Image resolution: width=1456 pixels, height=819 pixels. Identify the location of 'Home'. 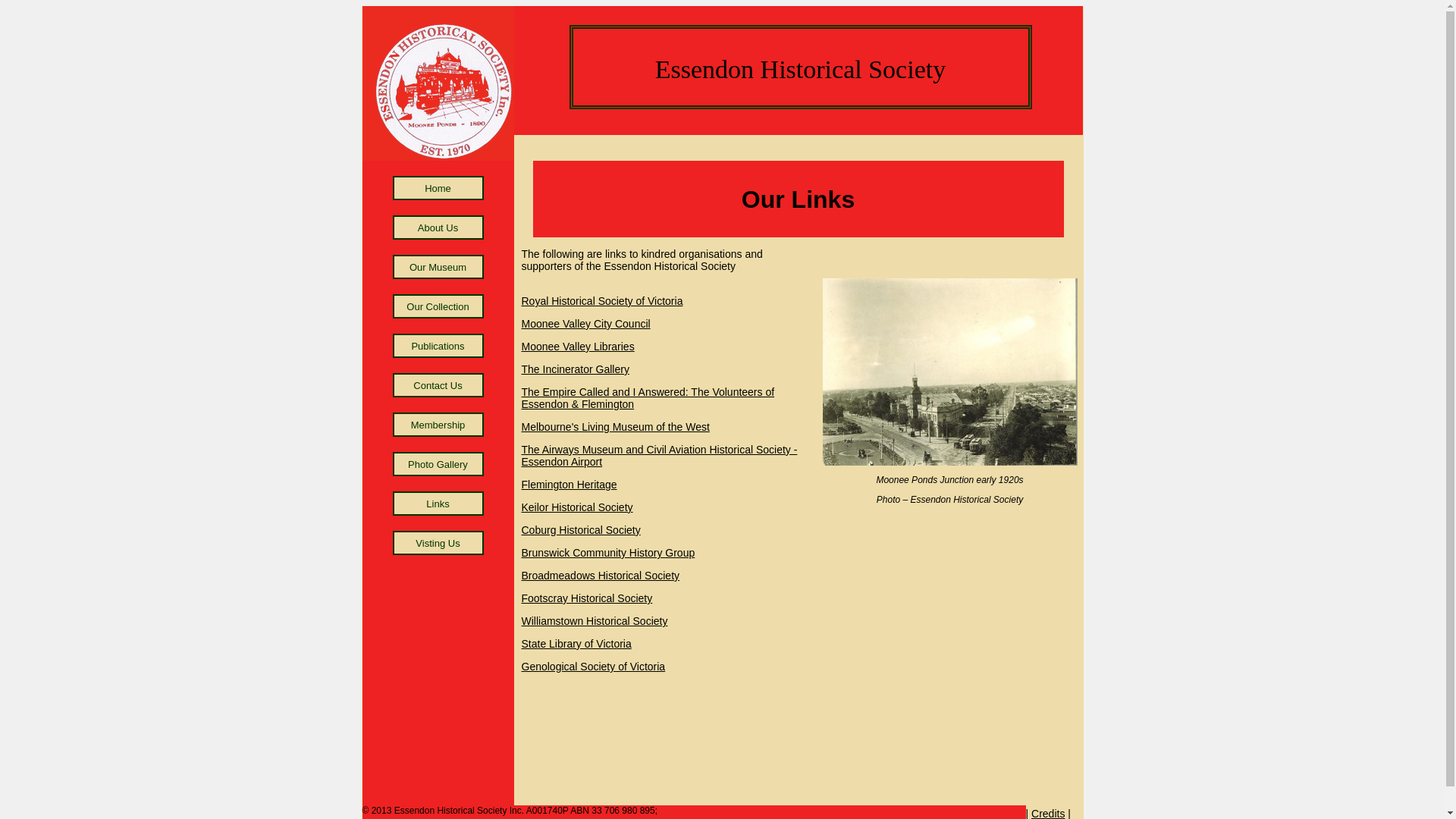
(437, 187).